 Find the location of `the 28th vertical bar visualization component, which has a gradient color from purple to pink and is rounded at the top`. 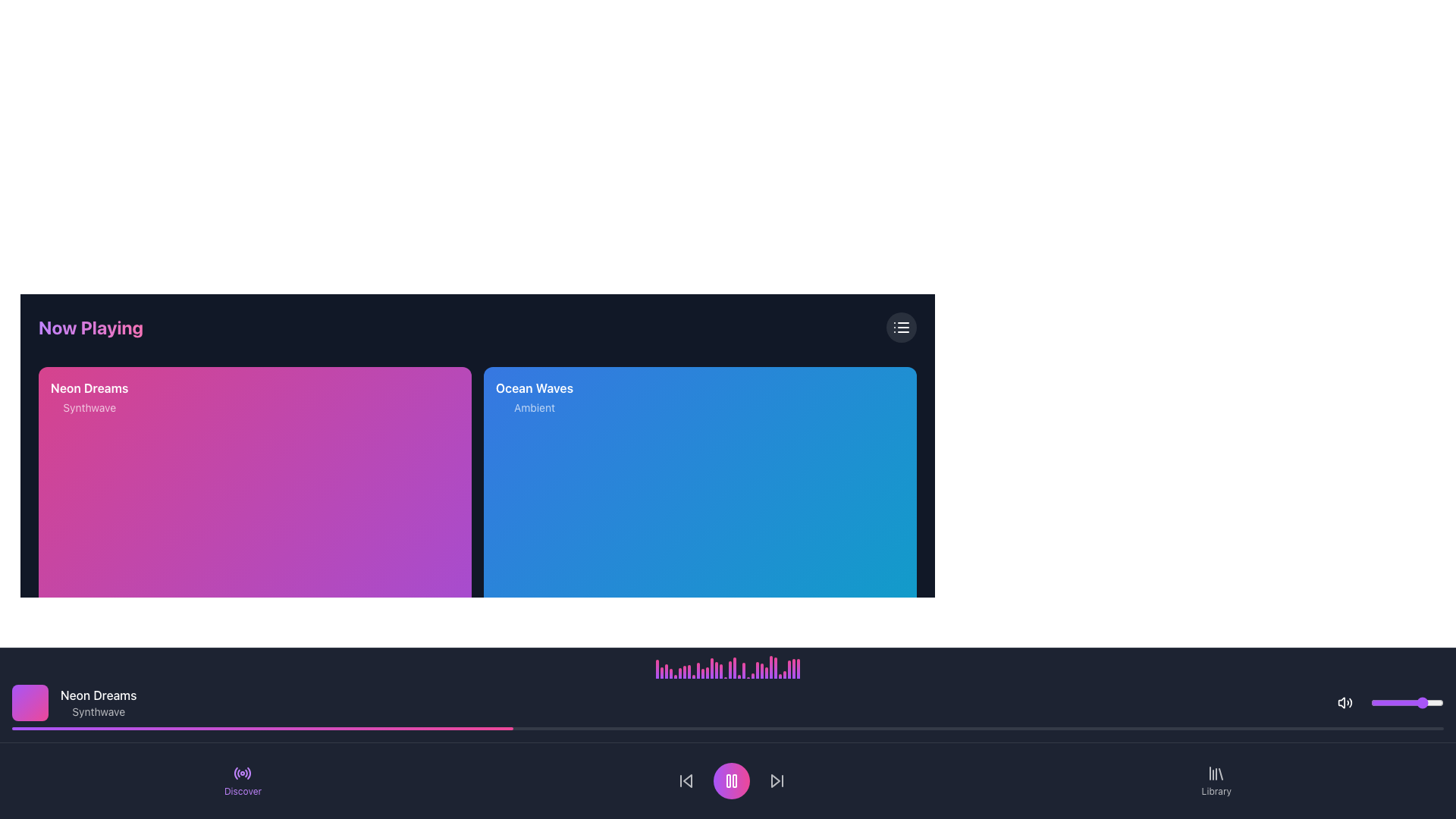

the 28th vertical bar visualization component, which has a gradient color from purple to pink and is rounded at the top is located at coordinates (785, 667).